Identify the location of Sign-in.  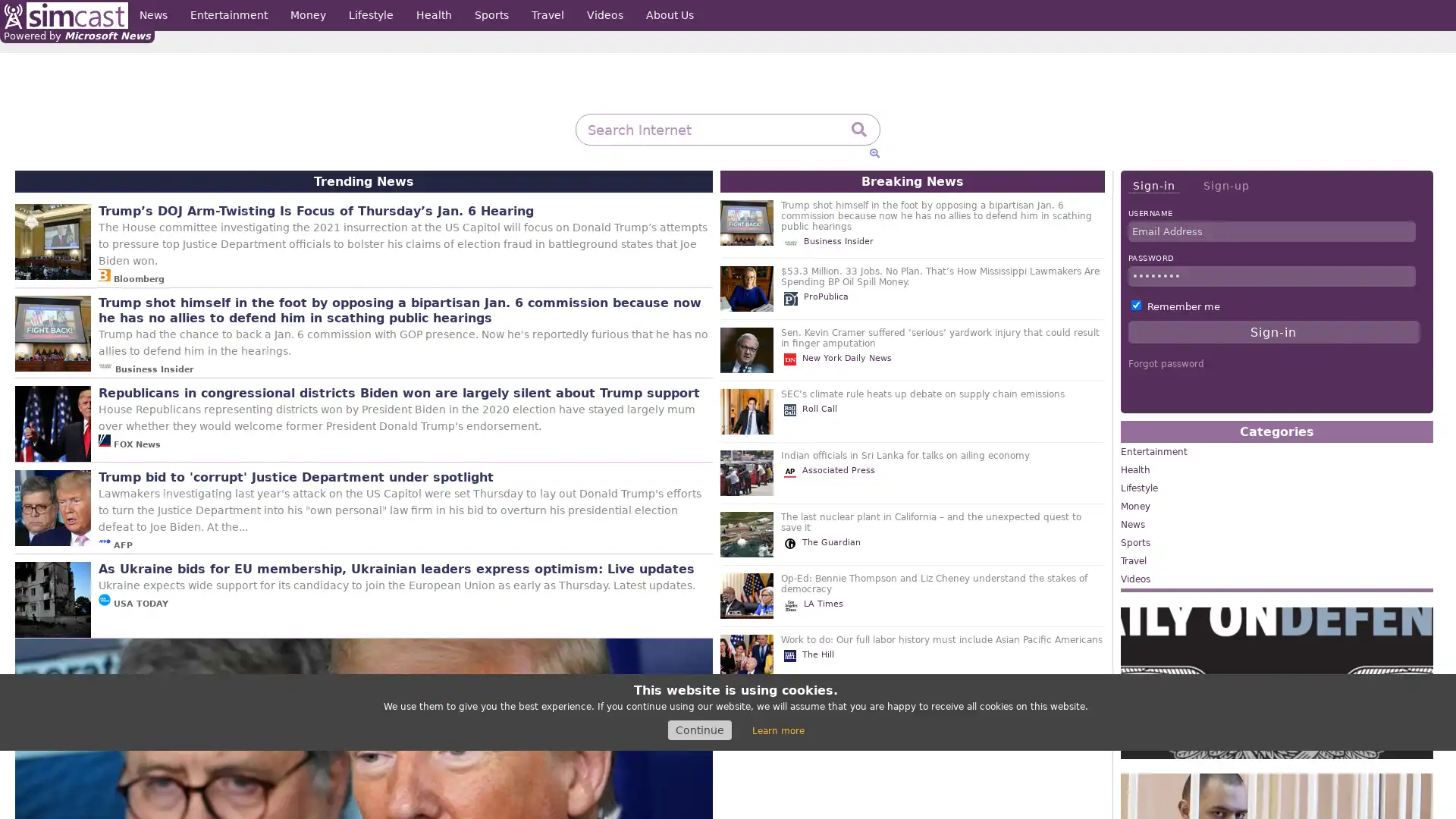
(1153, 185).